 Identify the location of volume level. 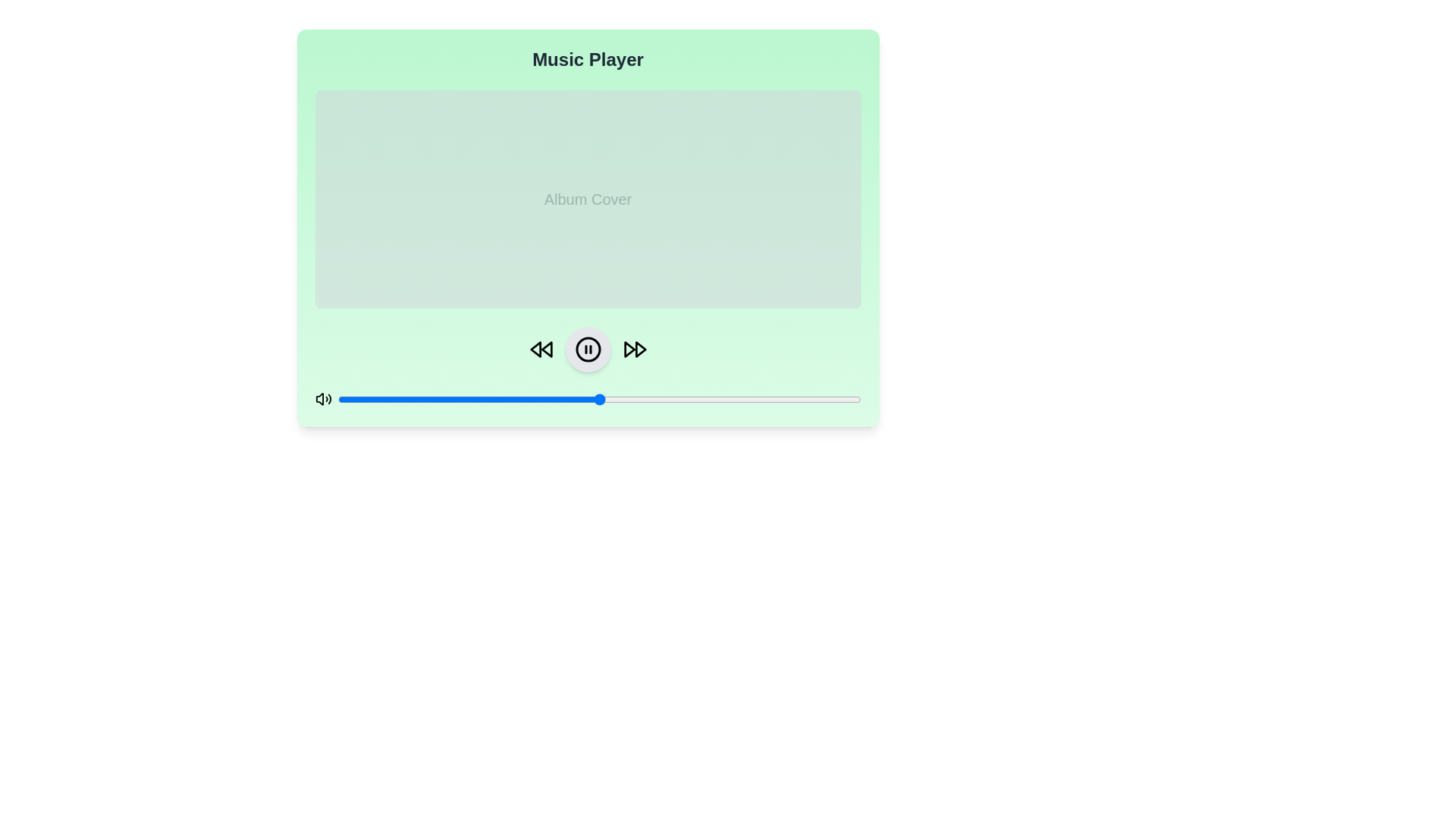
(839, 399).